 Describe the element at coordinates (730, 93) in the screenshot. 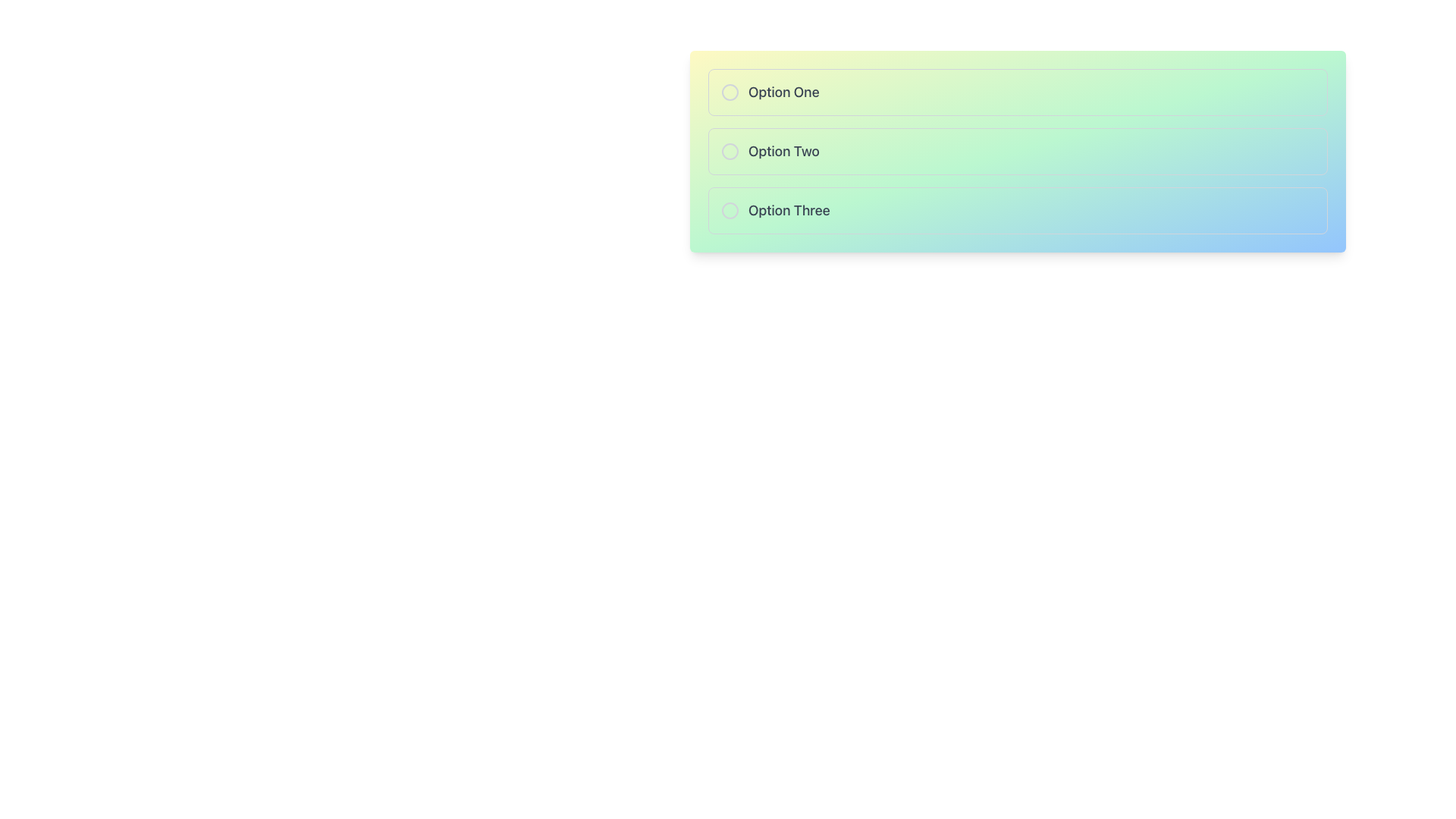

I see `the circular radio button indicator` at that location.